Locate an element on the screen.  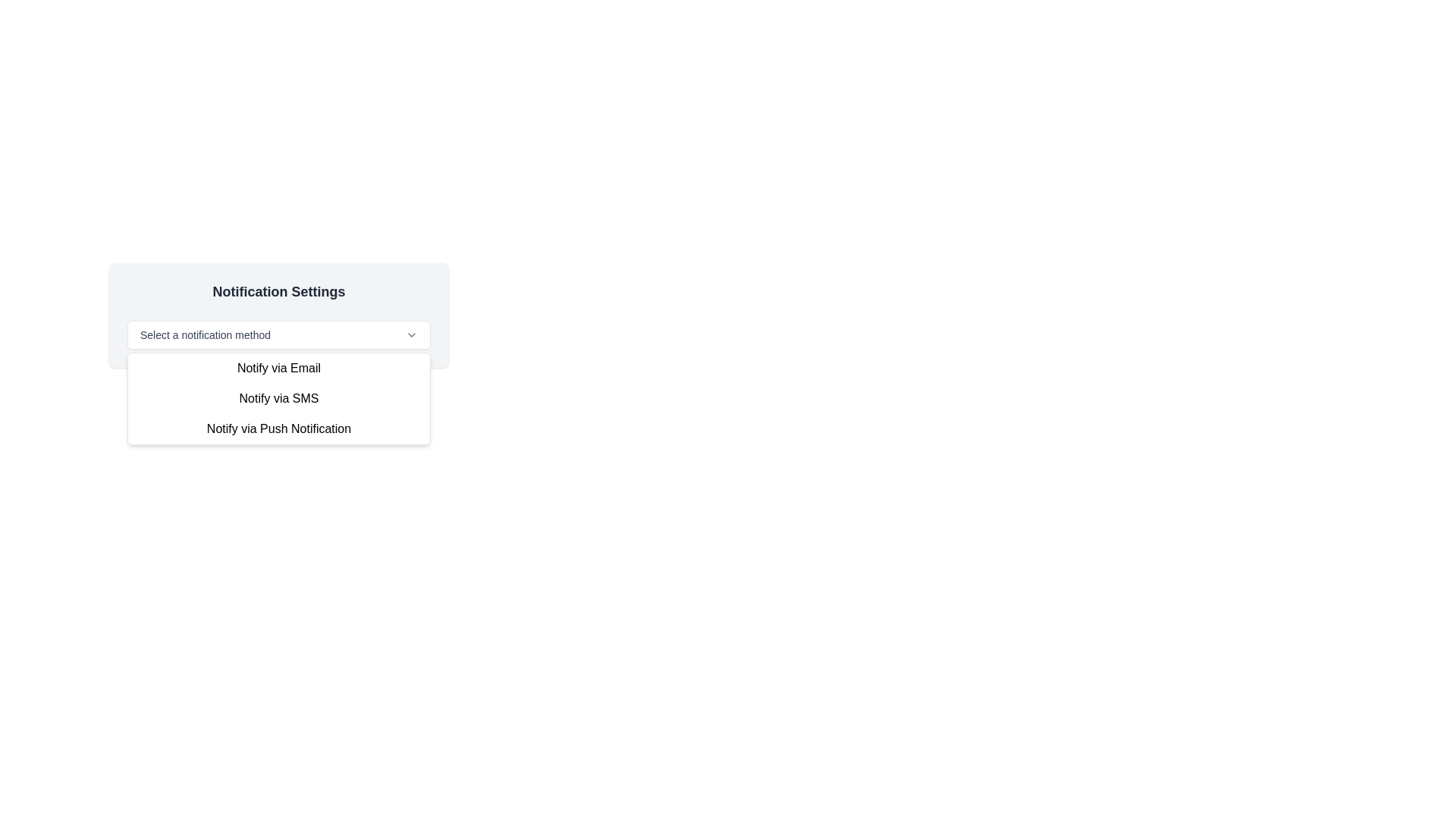
the dropdown menu labeled 'Select a notification method' in the 'Notification Settings' card is located at coordinates (279, 315).